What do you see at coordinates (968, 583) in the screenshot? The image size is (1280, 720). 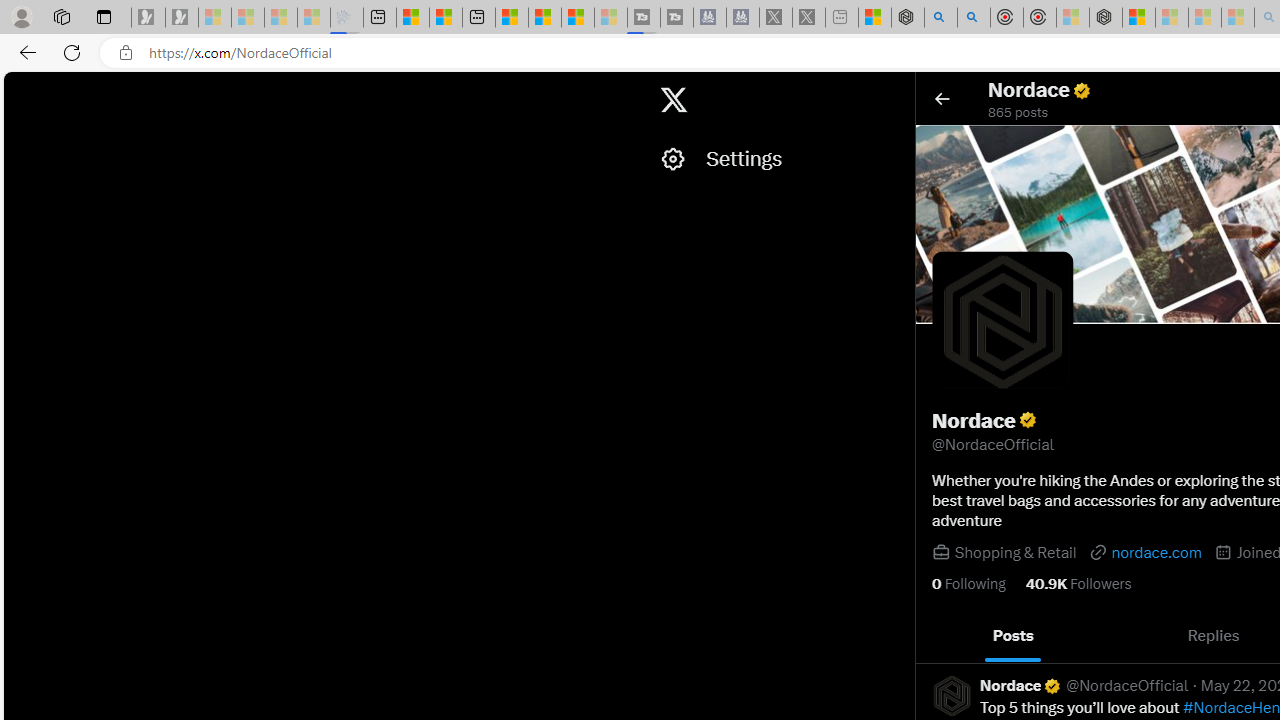 I see `'0 Following'` at bounding box center [968, 583].